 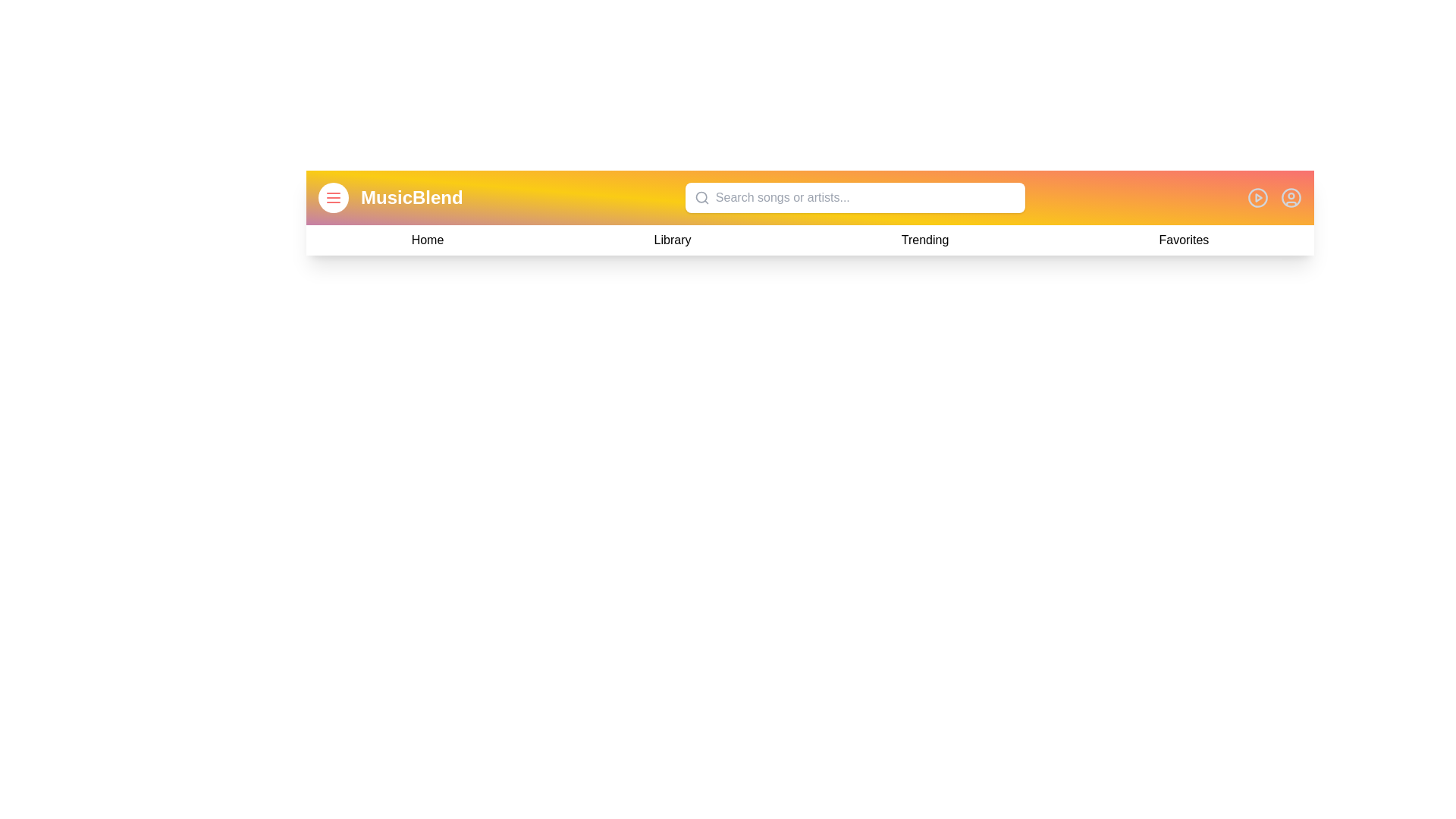 I want to click on the menu toggle button to toggle the menu visibility, so click(x=333, y=197).